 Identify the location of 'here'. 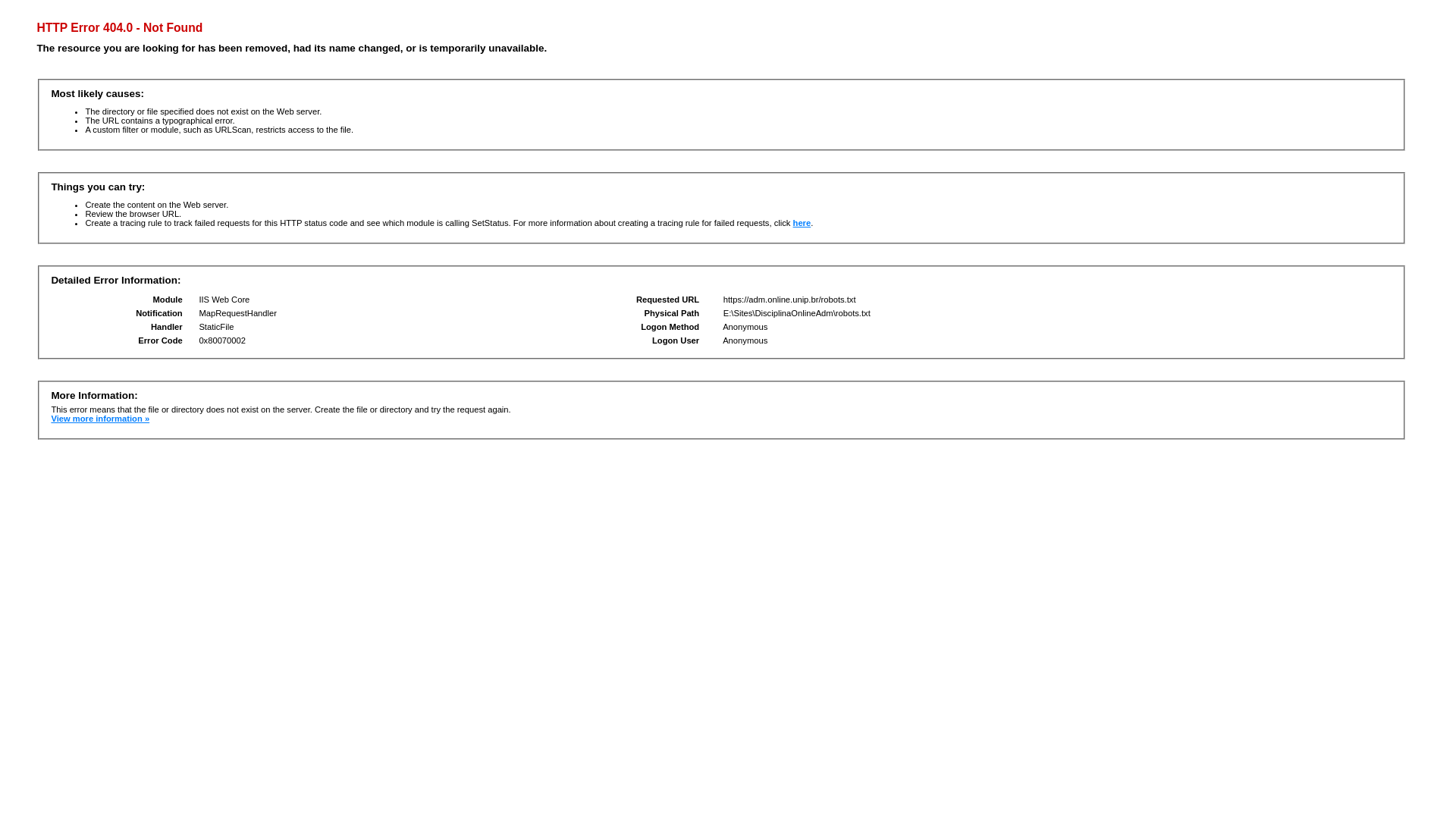
(801, 222).